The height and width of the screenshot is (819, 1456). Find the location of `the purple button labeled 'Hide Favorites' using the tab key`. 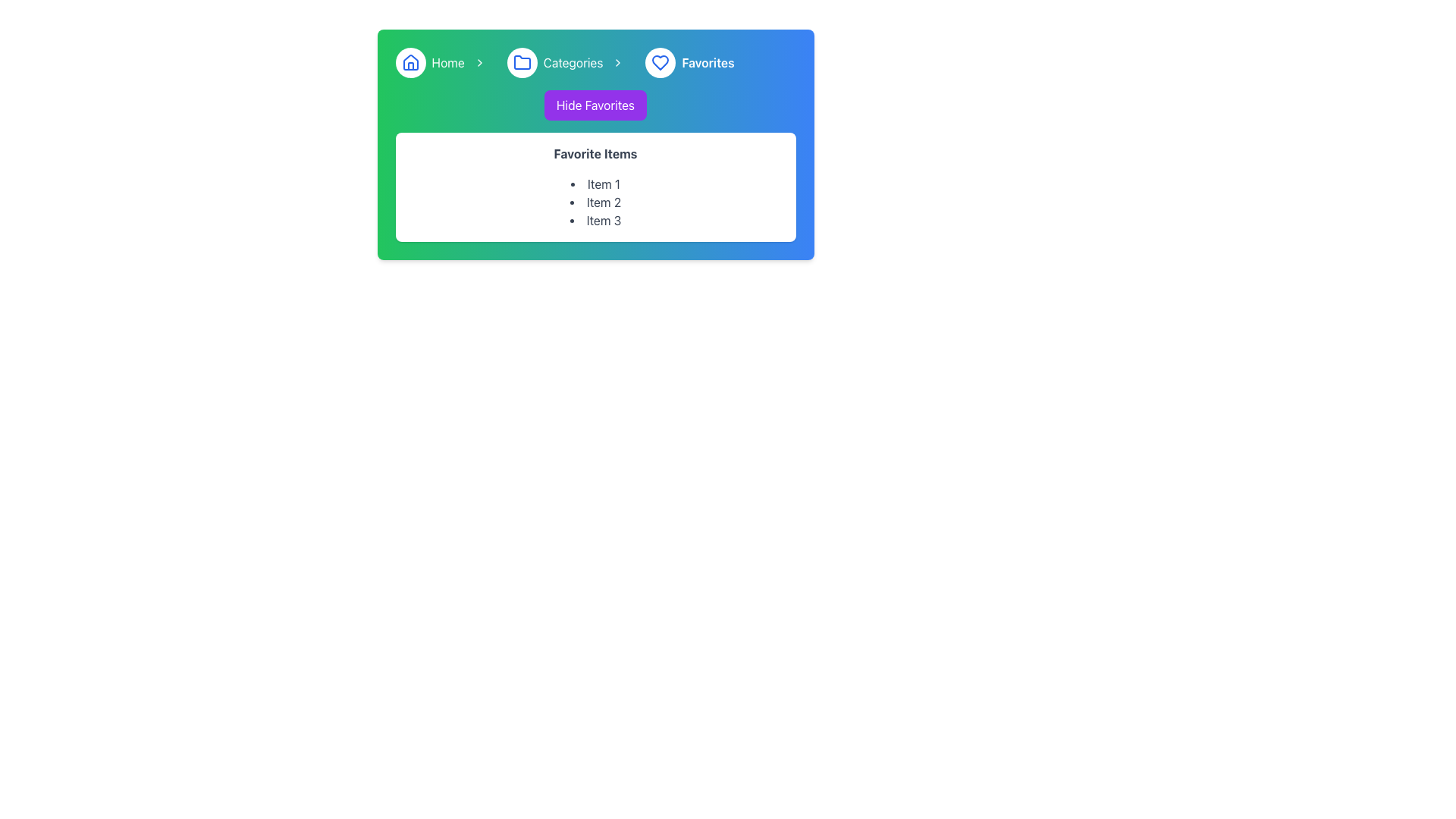

the purple button labeled 'Hide Favorites' using the tab key is located at coordinates (595, 104).